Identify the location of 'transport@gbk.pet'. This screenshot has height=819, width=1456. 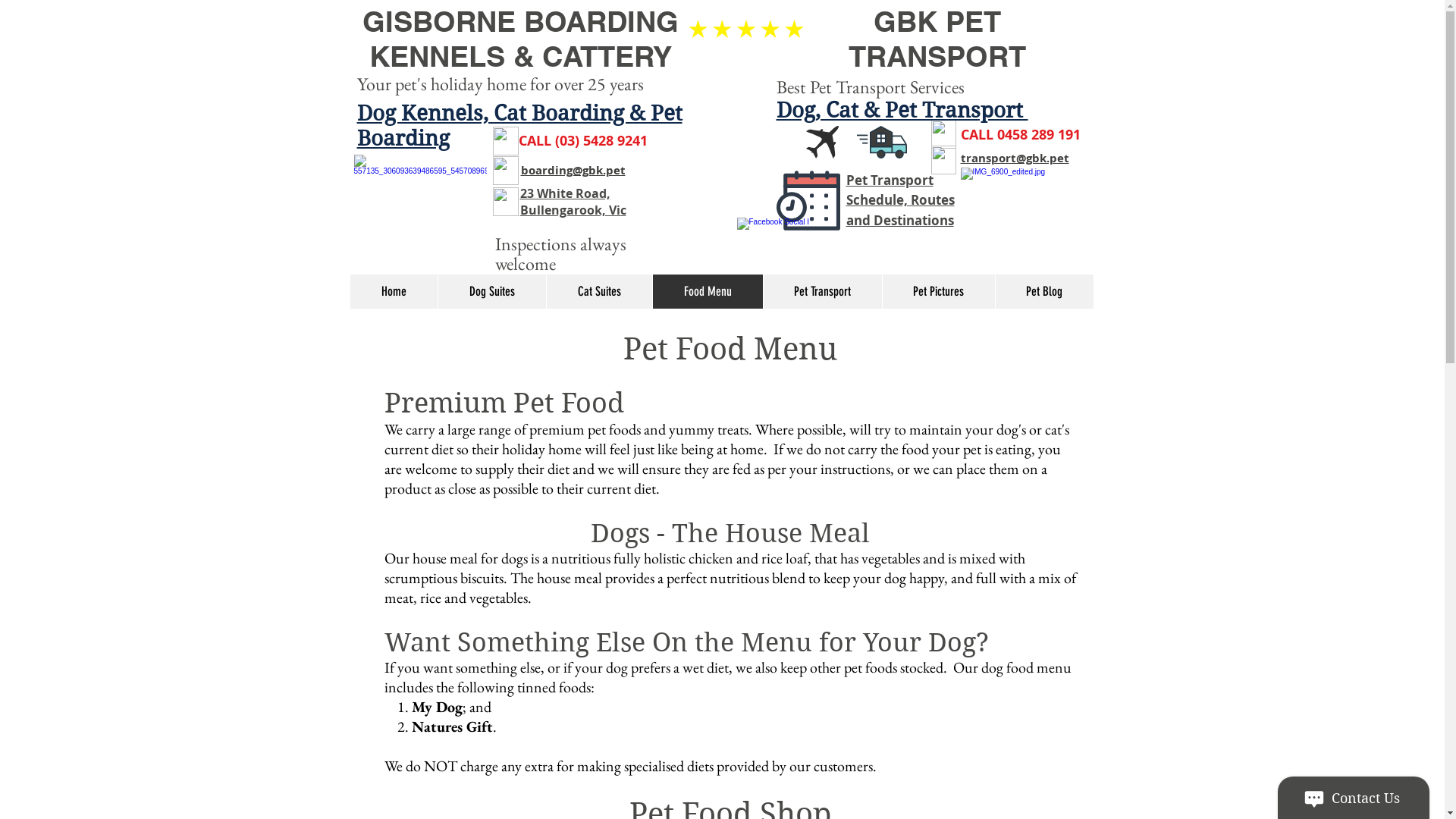
(1014, 158).